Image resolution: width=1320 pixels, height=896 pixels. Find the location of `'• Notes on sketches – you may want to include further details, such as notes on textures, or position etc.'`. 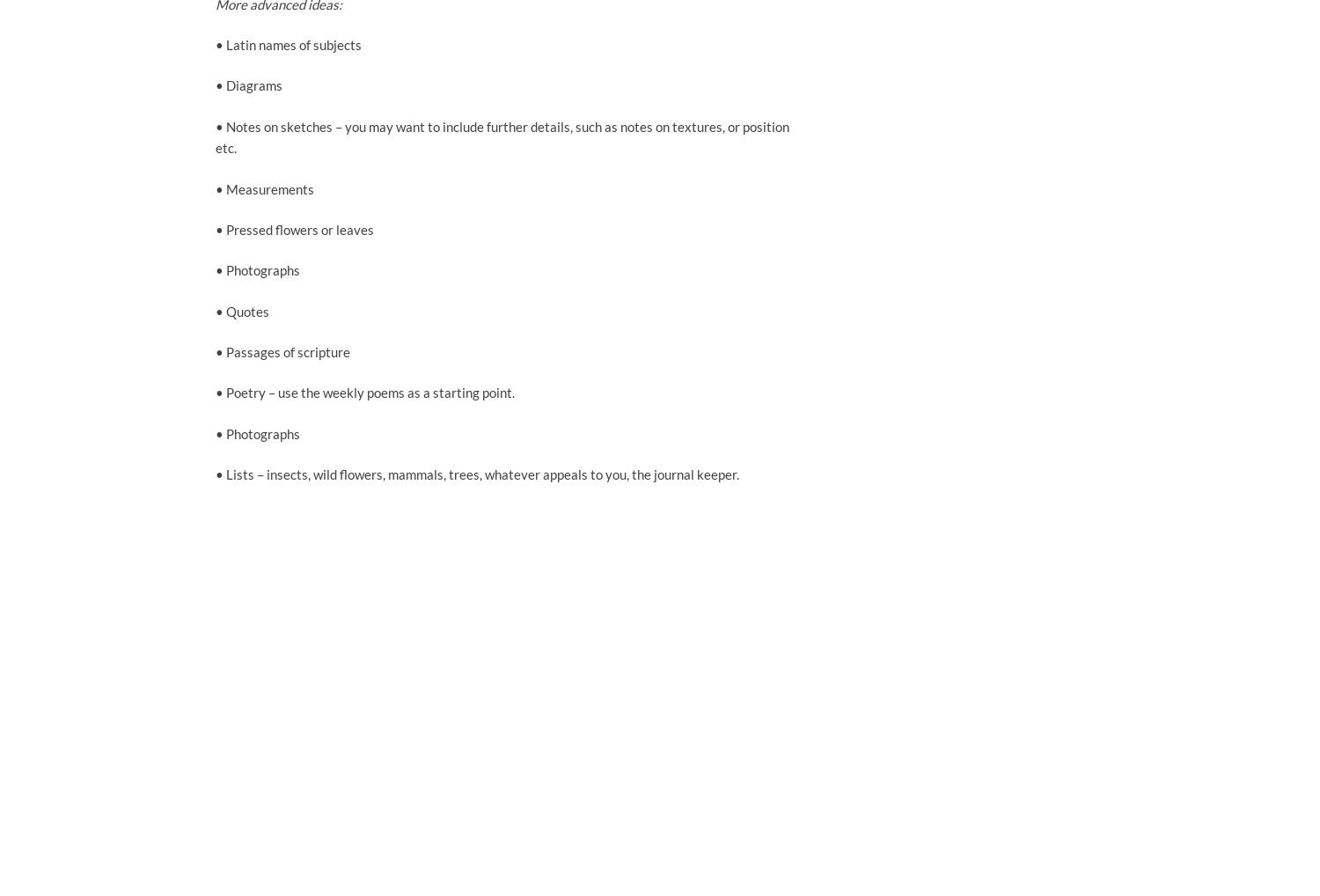

'• Notes on sketches – you may want to include further details, such as notes on textures, or position etc.' is located at coordinates (502, 136).